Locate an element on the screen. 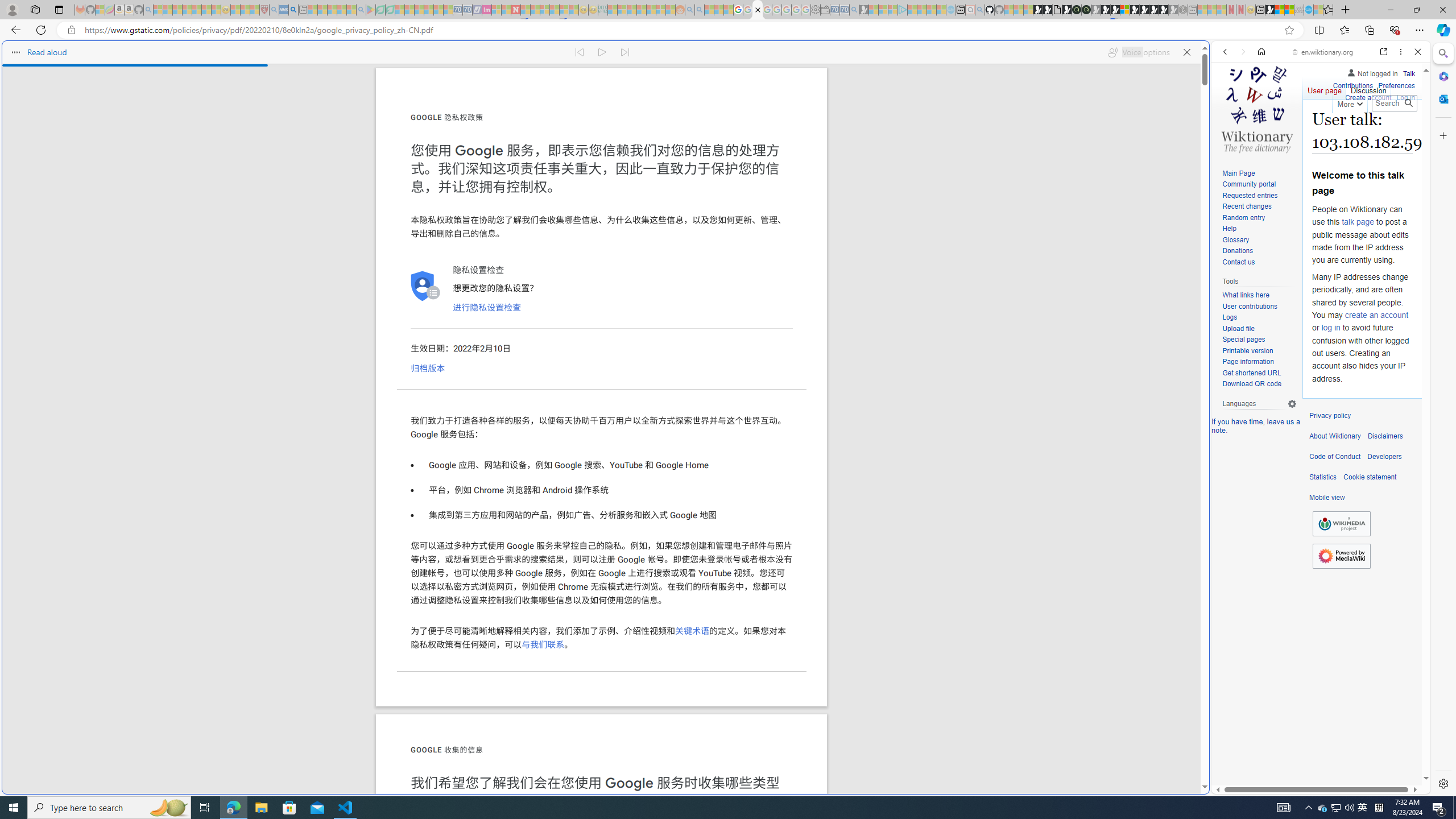 The width and height of the screenshot is (1456, 819). 'Language settings' is located at coordinates (1292, 403).